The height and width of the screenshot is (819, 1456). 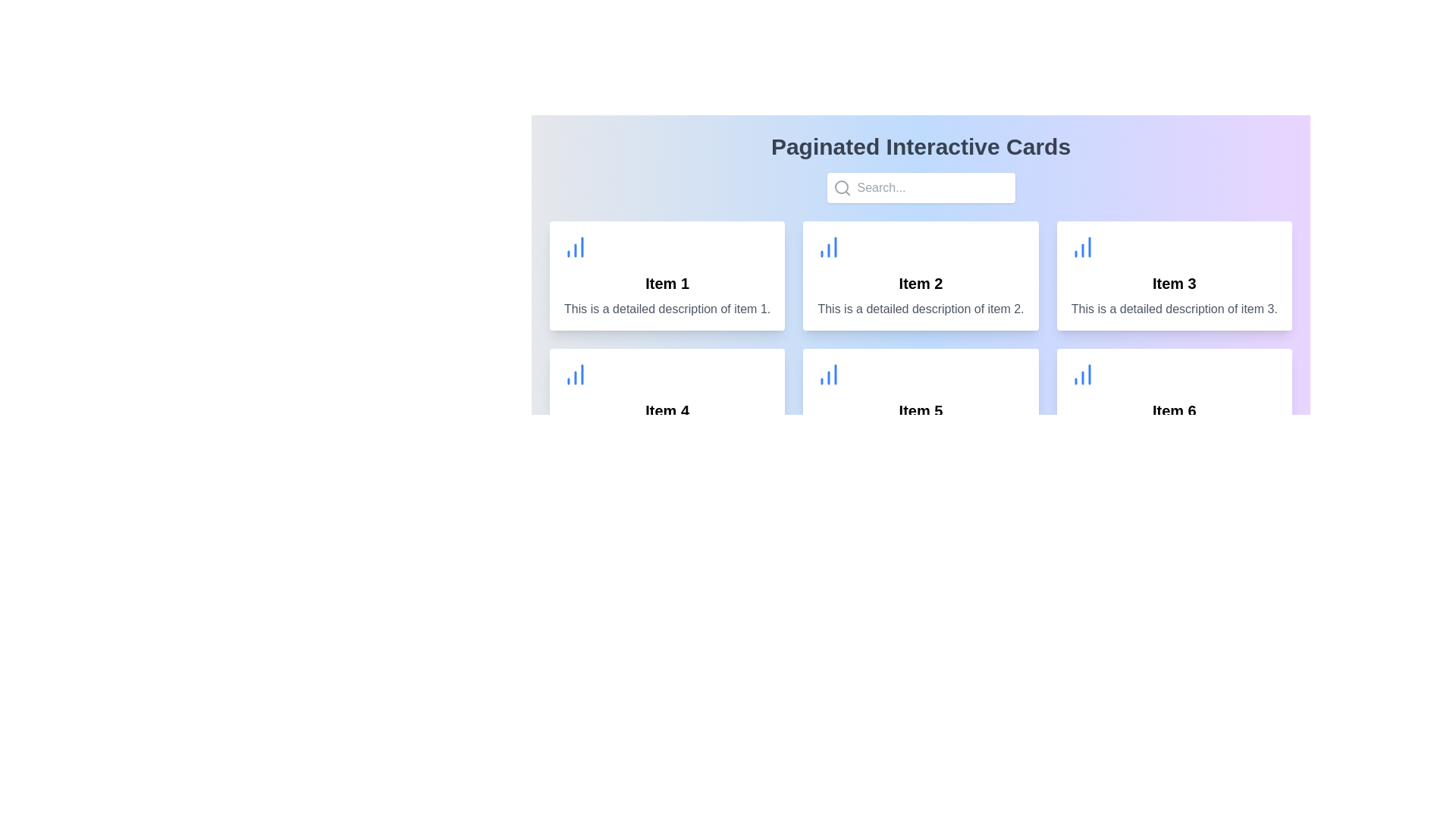 What do you see at coordinates (1173, 309) in the screenshot?
I see `contents of the text label that contains the descriptive text 'This is a detailed description of item 3.' styled in gray font, positioned below the title 'Item 3' within the card structure` at bounding box center [1173, 309].